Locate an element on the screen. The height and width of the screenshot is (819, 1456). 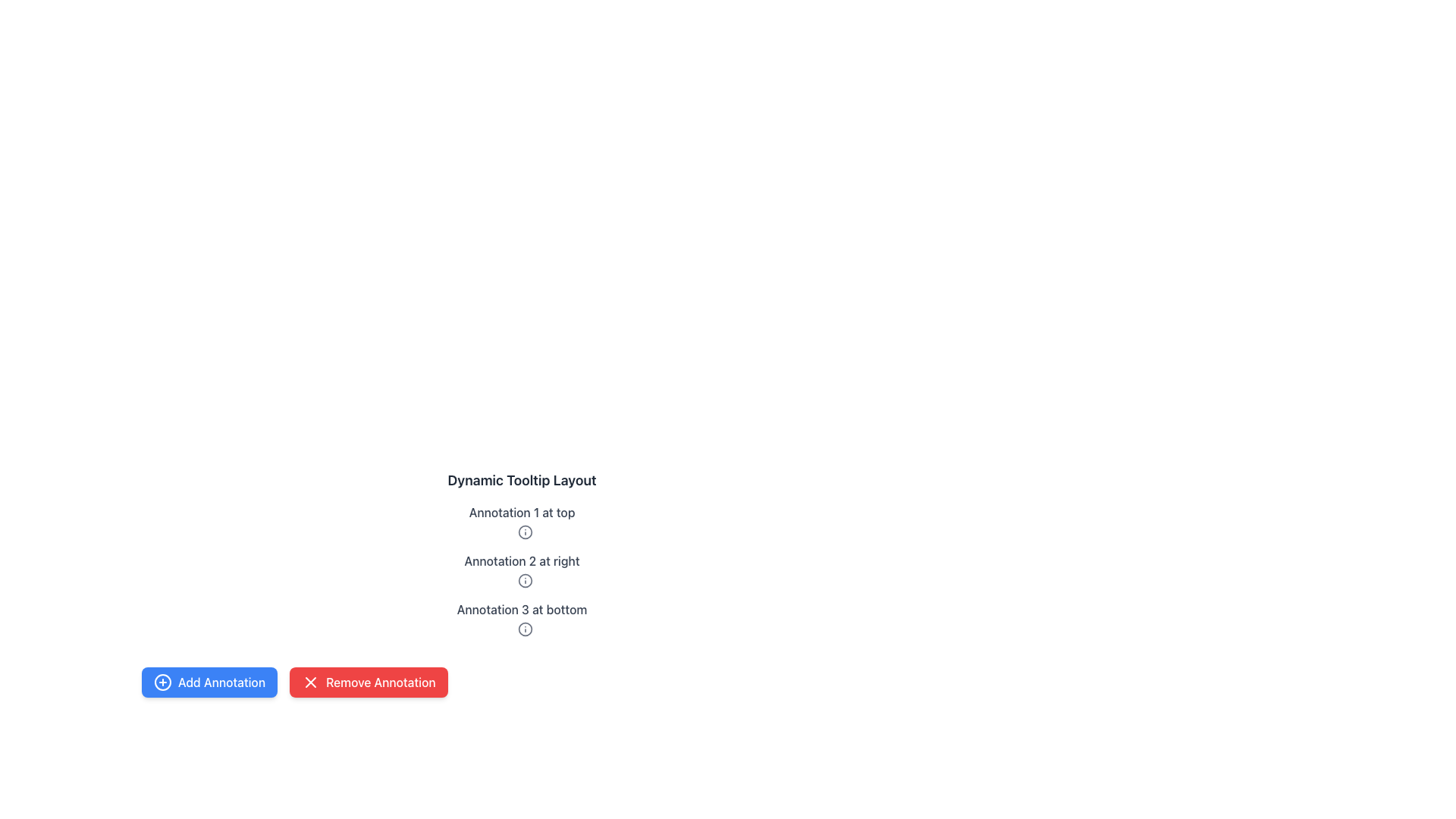
the icon in the first annotation element is located at coordinates (522, 520).